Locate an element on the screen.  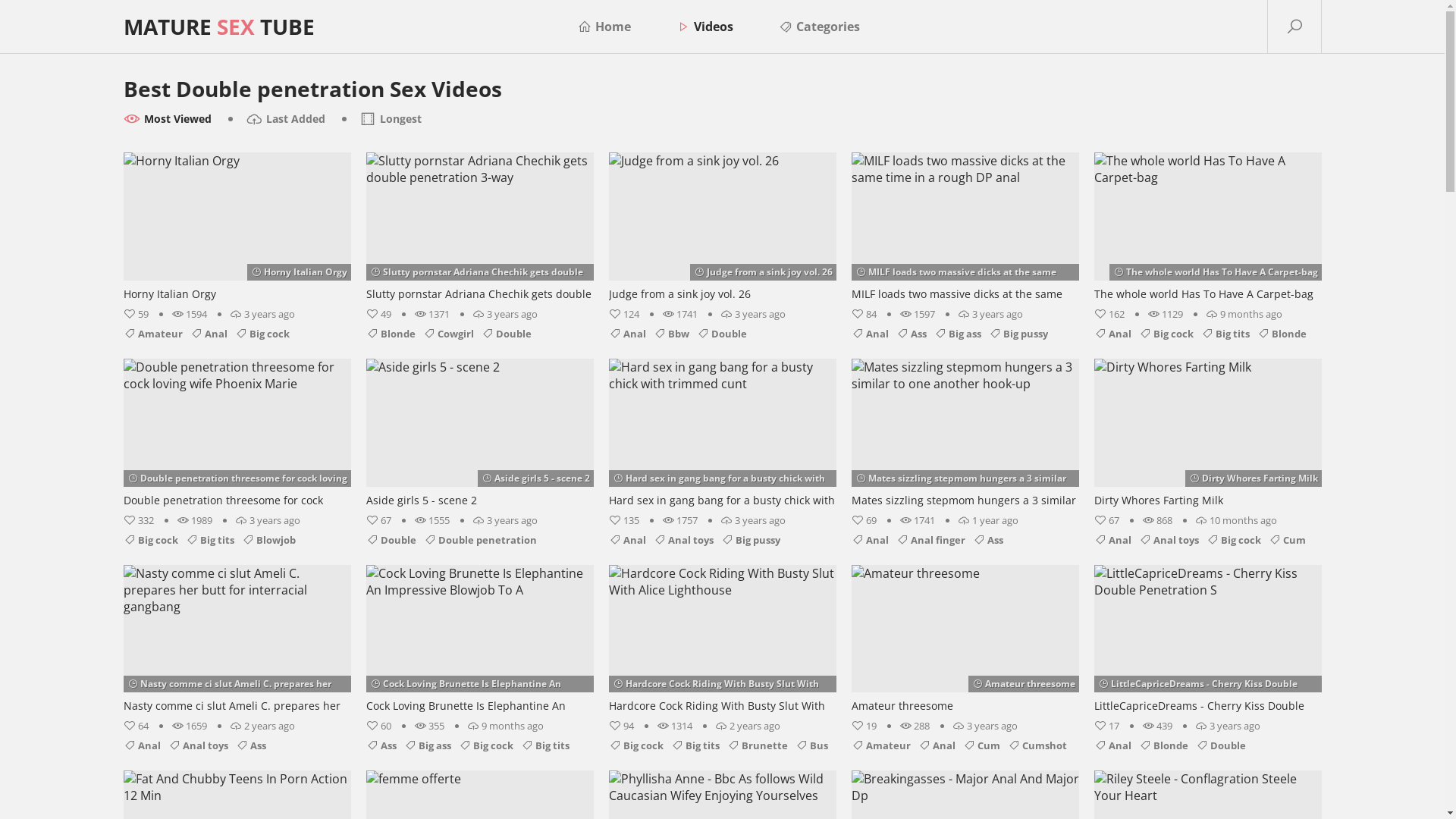
'MATURE SEX TUBE' is located at coordinates (218, 26).